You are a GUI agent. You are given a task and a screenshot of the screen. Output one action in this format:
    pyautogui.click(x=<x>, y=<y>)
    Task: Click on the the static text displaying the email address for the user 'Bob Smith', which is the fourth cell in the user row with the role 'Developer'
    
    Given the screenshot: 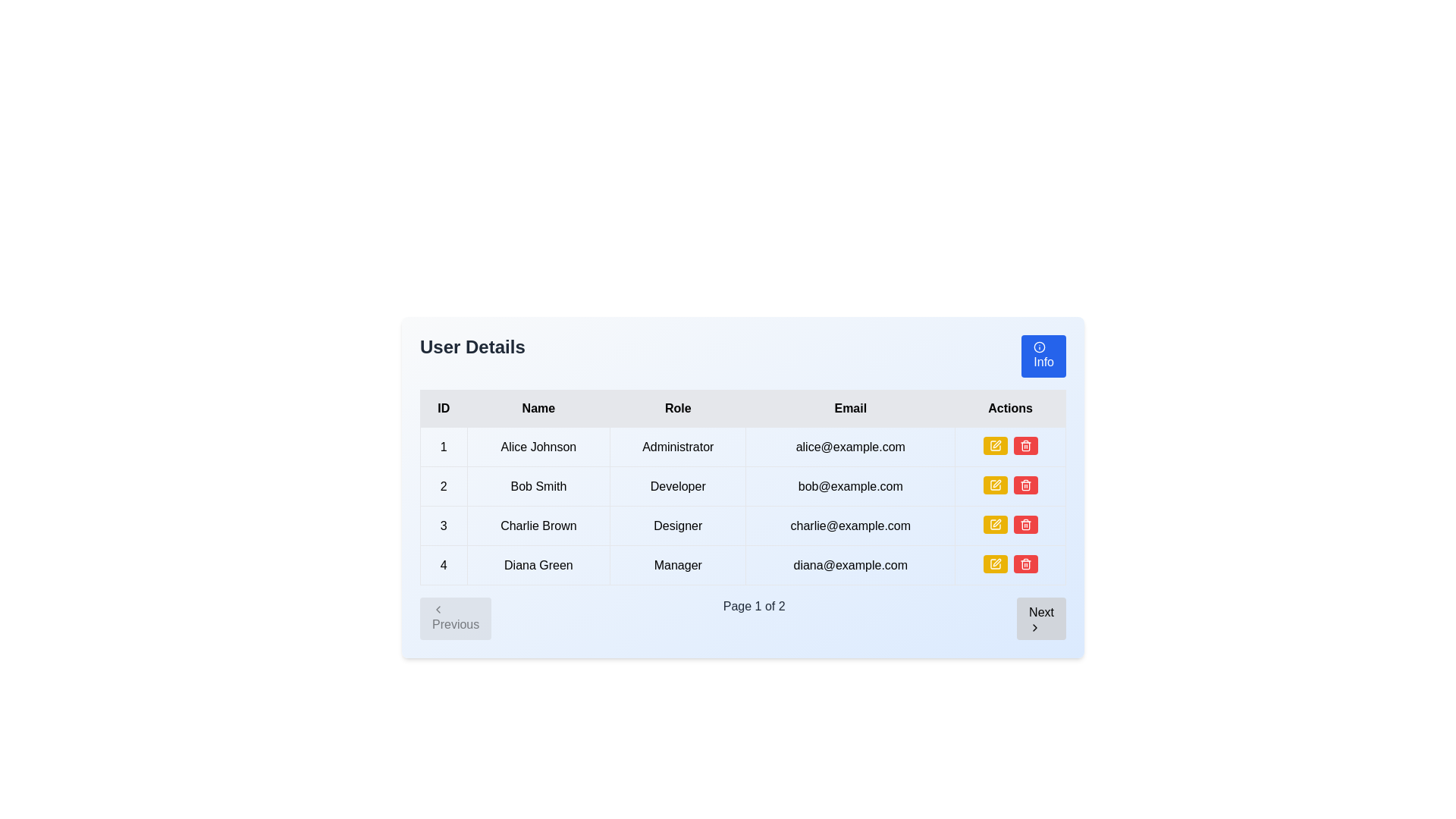 What is the action you would take?
    pyautogui.click(x=850, y=486)
    